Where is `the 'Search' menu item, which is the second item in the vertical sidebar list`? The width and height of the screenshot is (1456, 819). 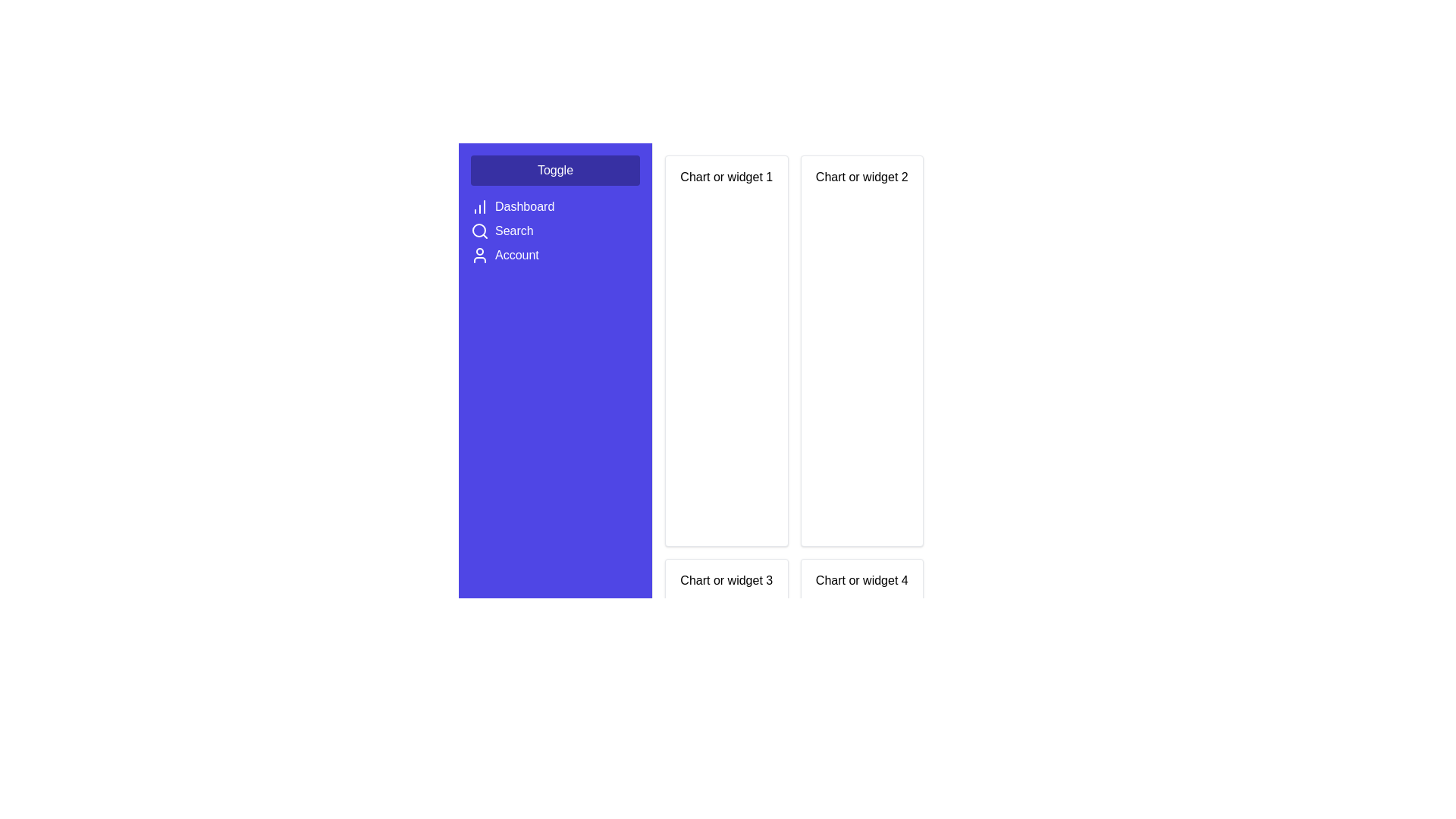 the 'Search' menu item, which is the second item in the vertical sidebar list is located at coordinates (554, 231).